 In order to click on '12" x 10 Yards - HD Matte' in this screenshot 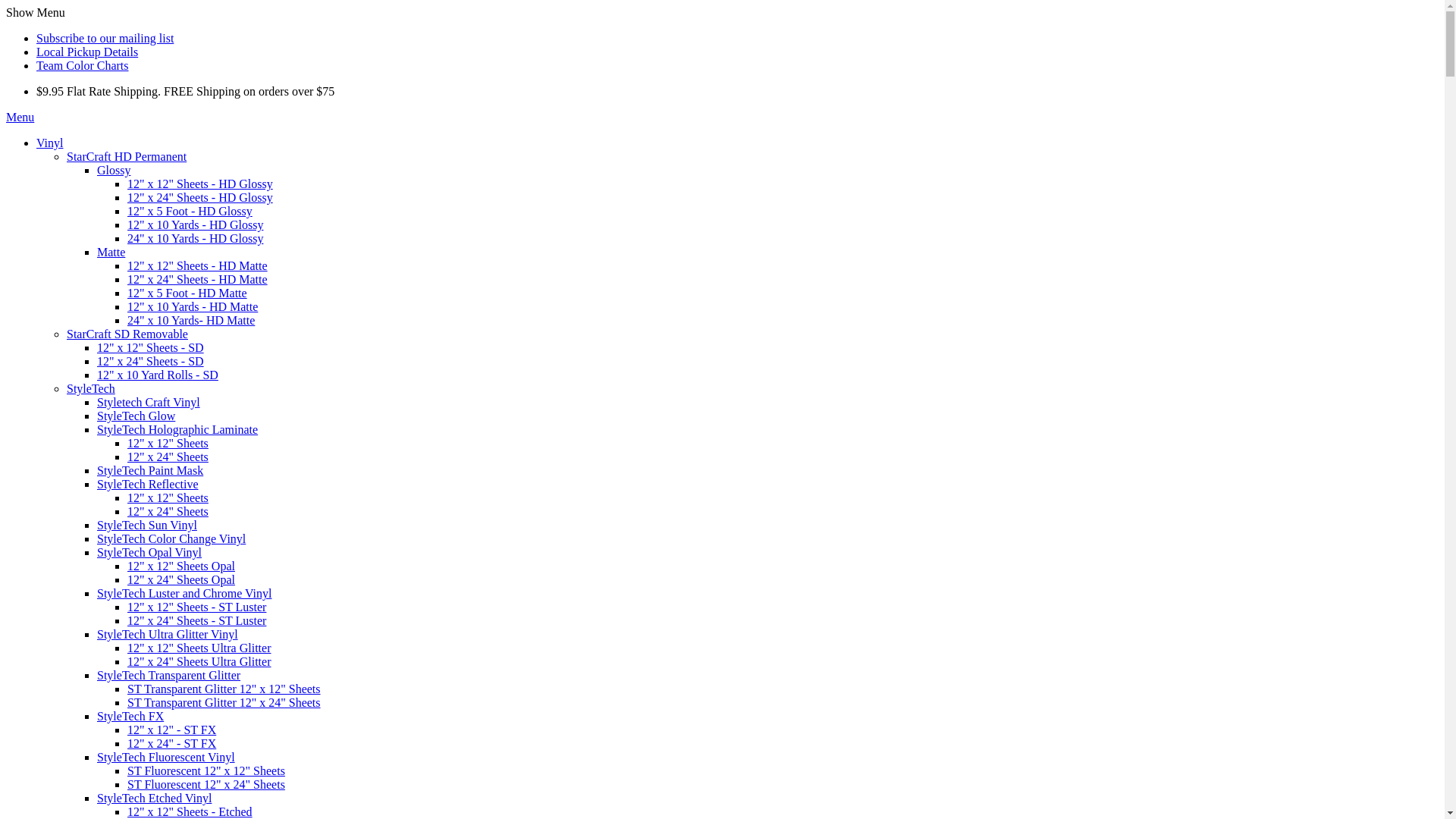, I will do `click(192, 306)`.